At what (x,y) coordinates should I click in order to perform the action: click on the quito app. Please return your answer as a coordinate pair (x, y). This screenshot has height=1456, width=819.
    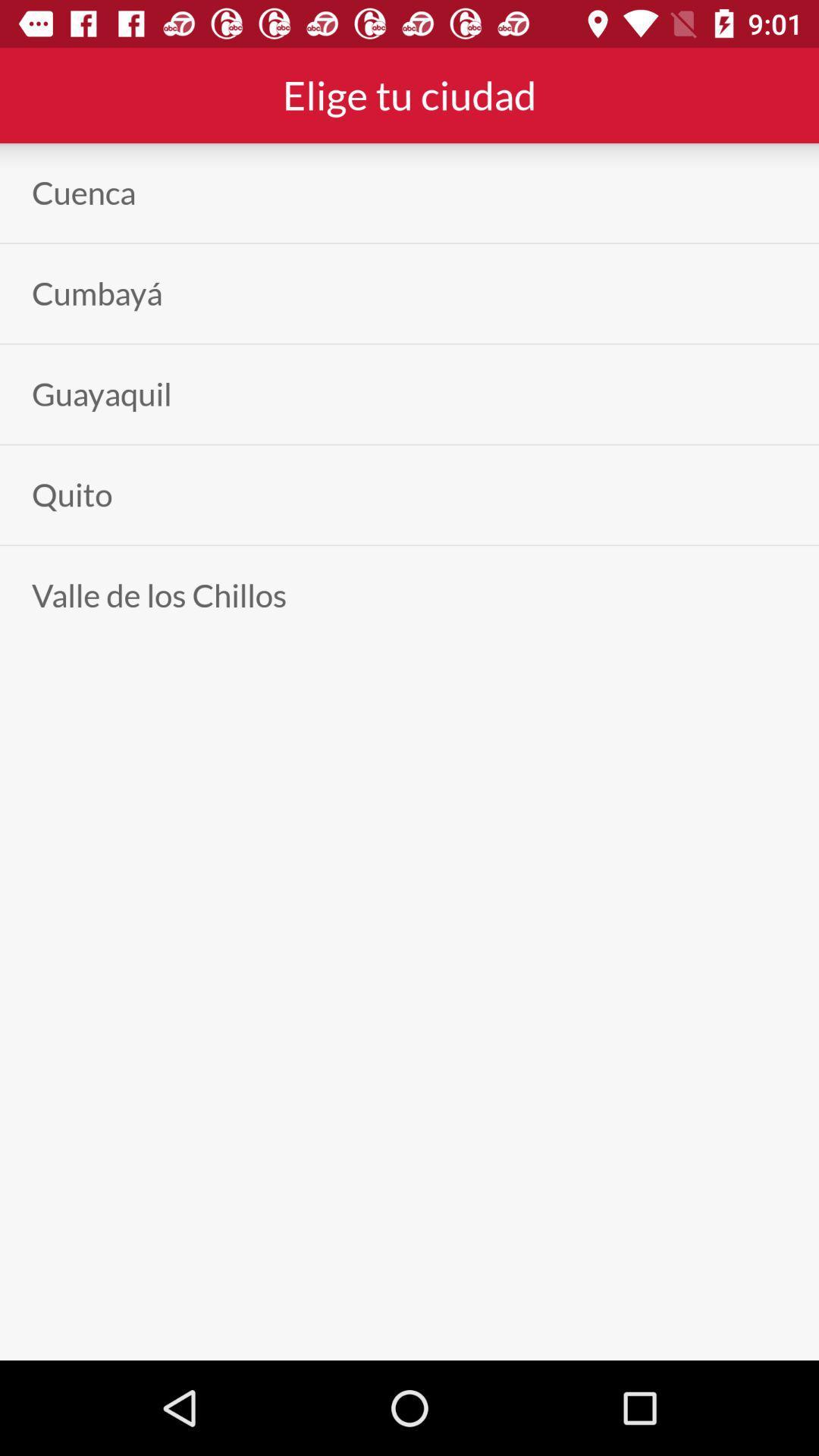
    Looking at the image, I should click on (72, 494).